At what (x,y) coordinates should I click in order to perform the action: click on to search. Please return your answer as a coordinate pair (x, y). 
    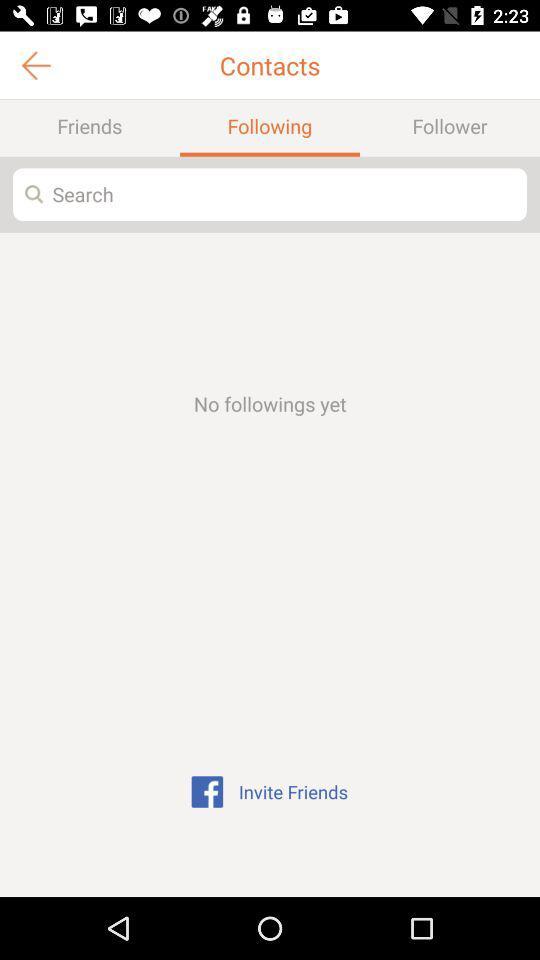
    Looking at the image, I should click on (270, 194).